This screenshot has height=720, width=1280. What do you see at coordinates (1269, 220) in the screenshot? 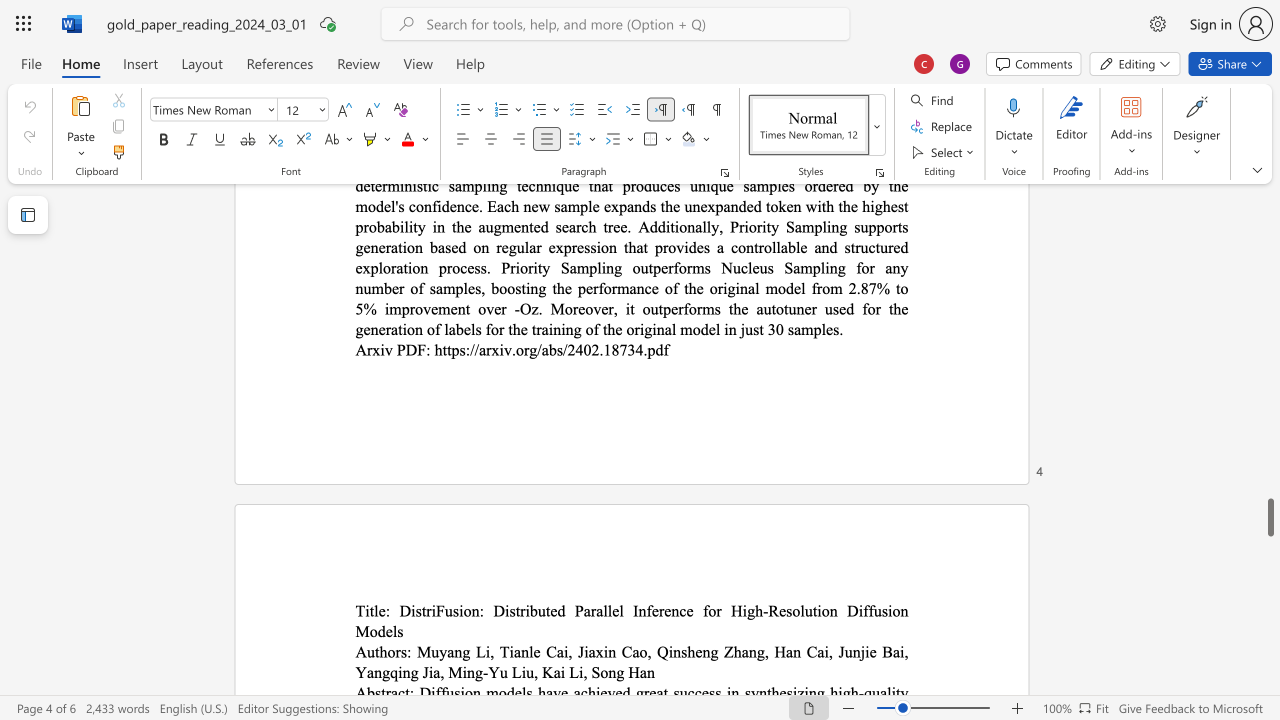
I see `the scrollbar to scroll upward` at bounding box center [1269, 220].